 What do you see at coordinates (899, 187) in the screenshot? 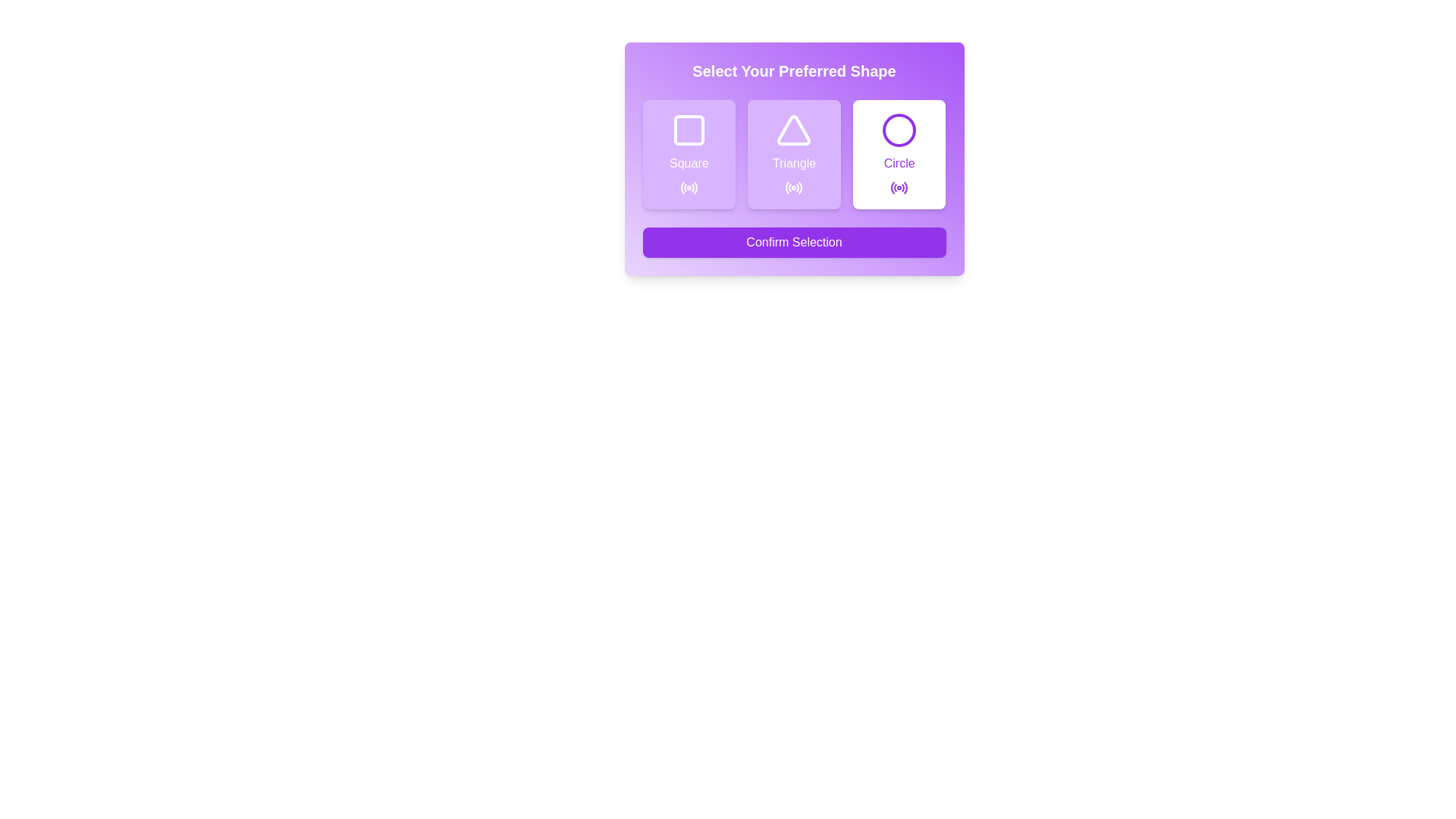
I see `the radio or signal icon located in the 'Circle' option card, which is positioned below the circular outline and above the caption 'circle'` at bounding box center [899, 187].